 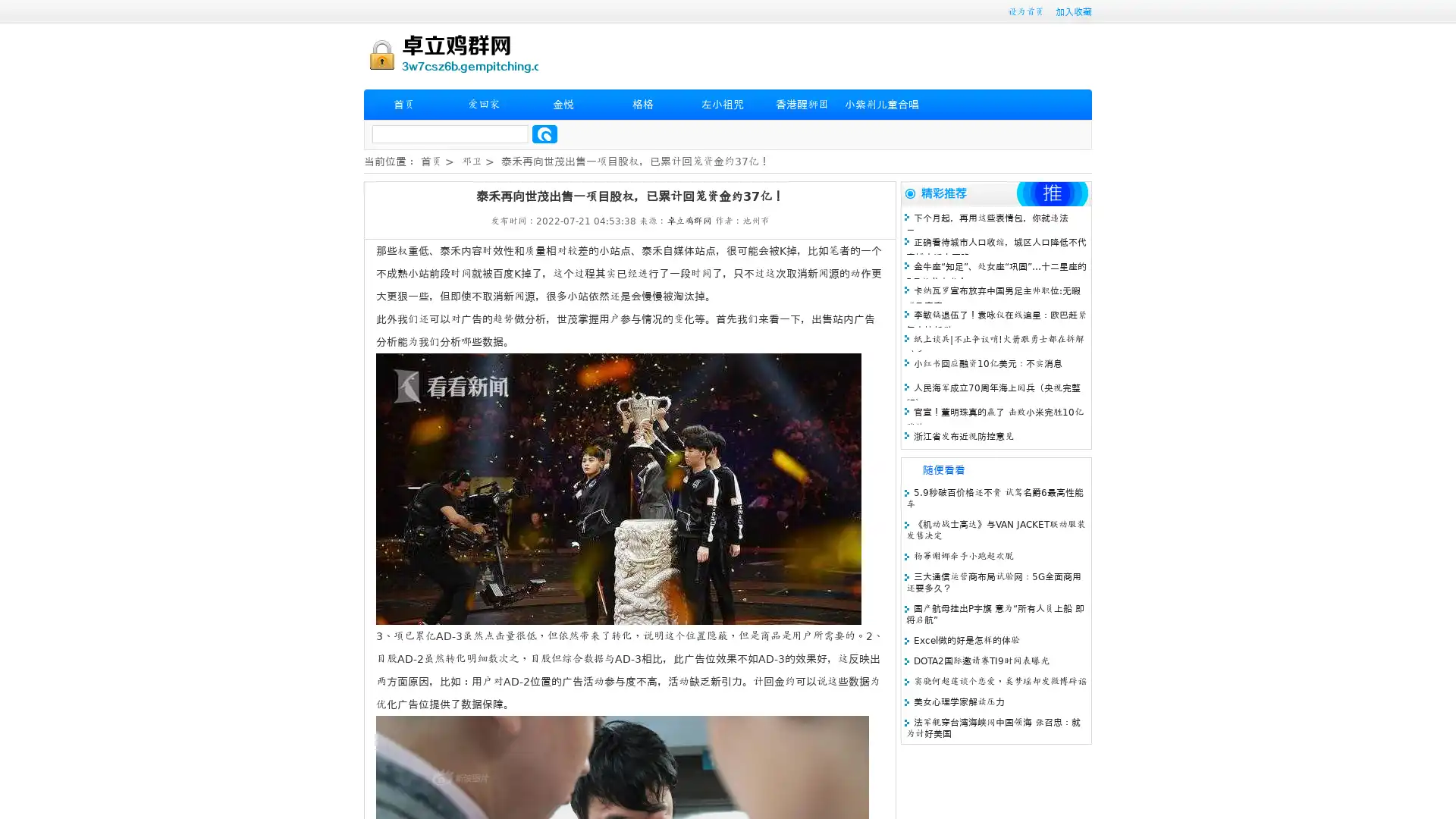 What do you see at coordinates (544, 133) in the screenshot?
I see `Search` at bounding box center [544, 133].